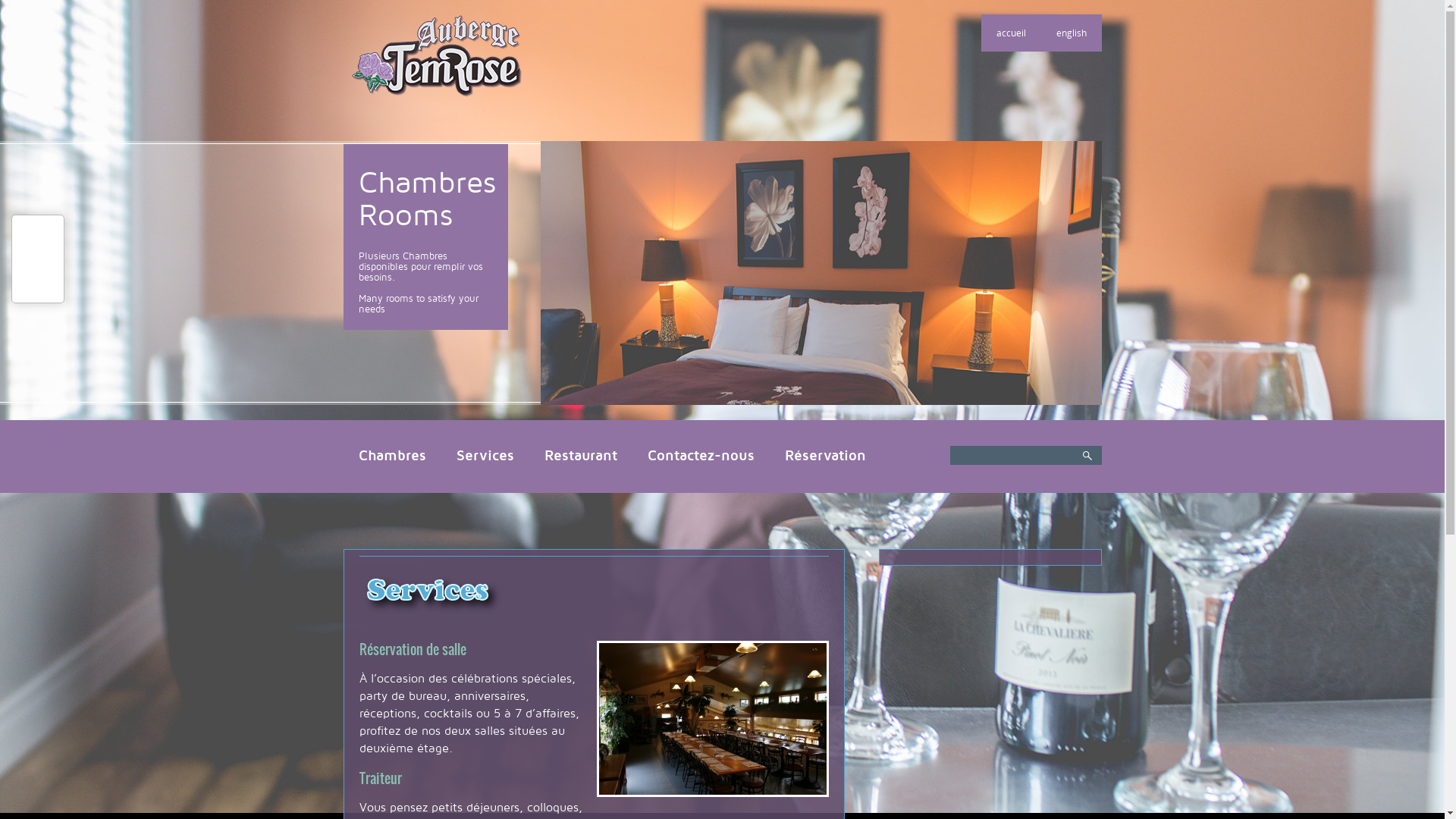 The width and height of the screenshot is (1456, 819). What do you see at coordinates (425, 198) in the screenshot?
I see `'Chambres Rooms'` at bounding box center [425, 198].